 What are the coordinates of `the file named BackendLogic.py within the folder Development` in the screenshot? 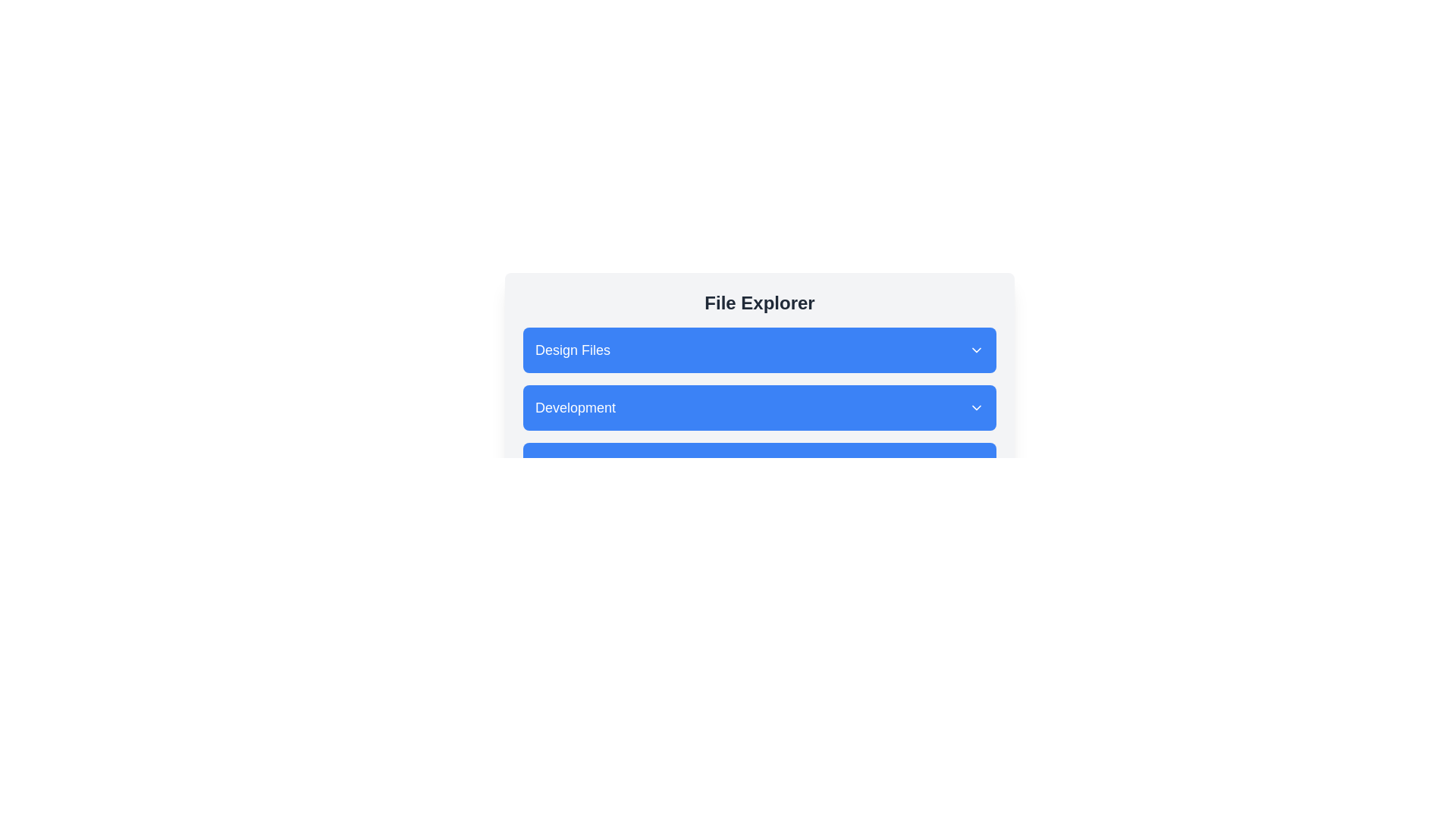 It's located at (760, 406).